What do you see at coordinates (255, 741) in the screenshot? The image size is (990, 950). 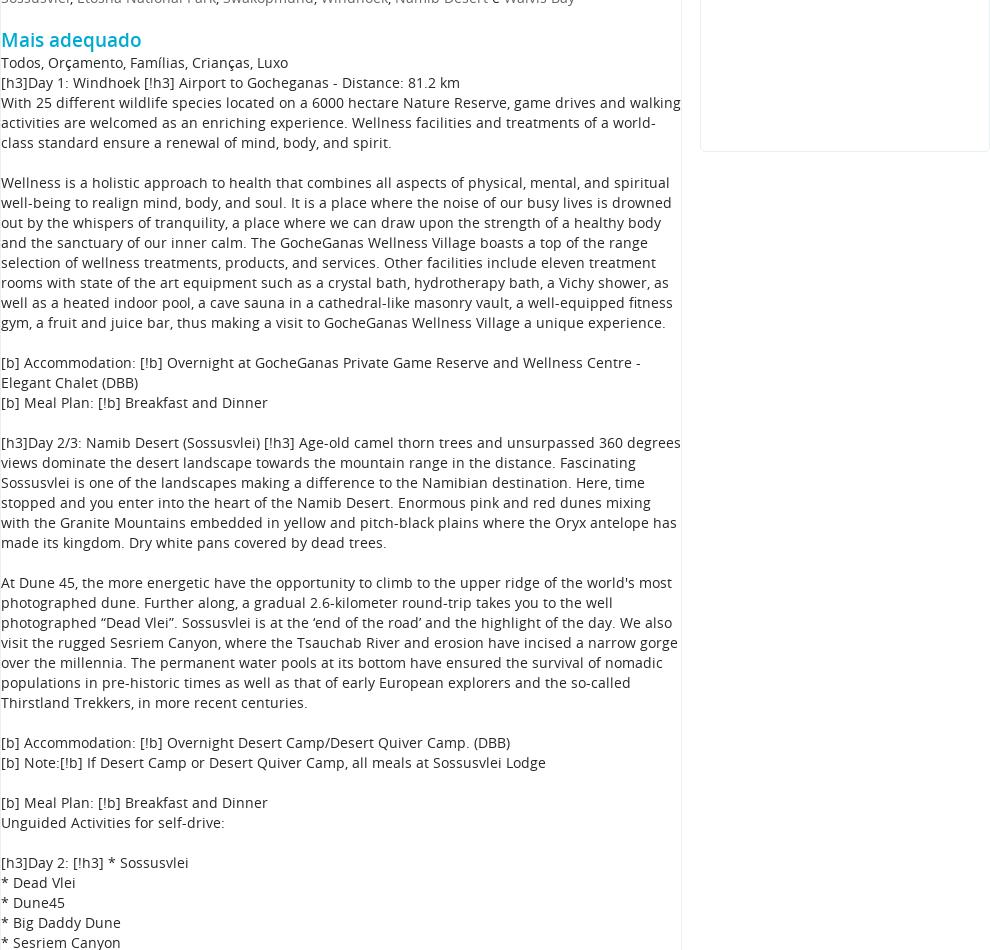 I see `'[b] Accommodation: [!b] Overnight Desert Camp/Desert Quiver Camp. (DBB)'` at bounding box center [255, 741].